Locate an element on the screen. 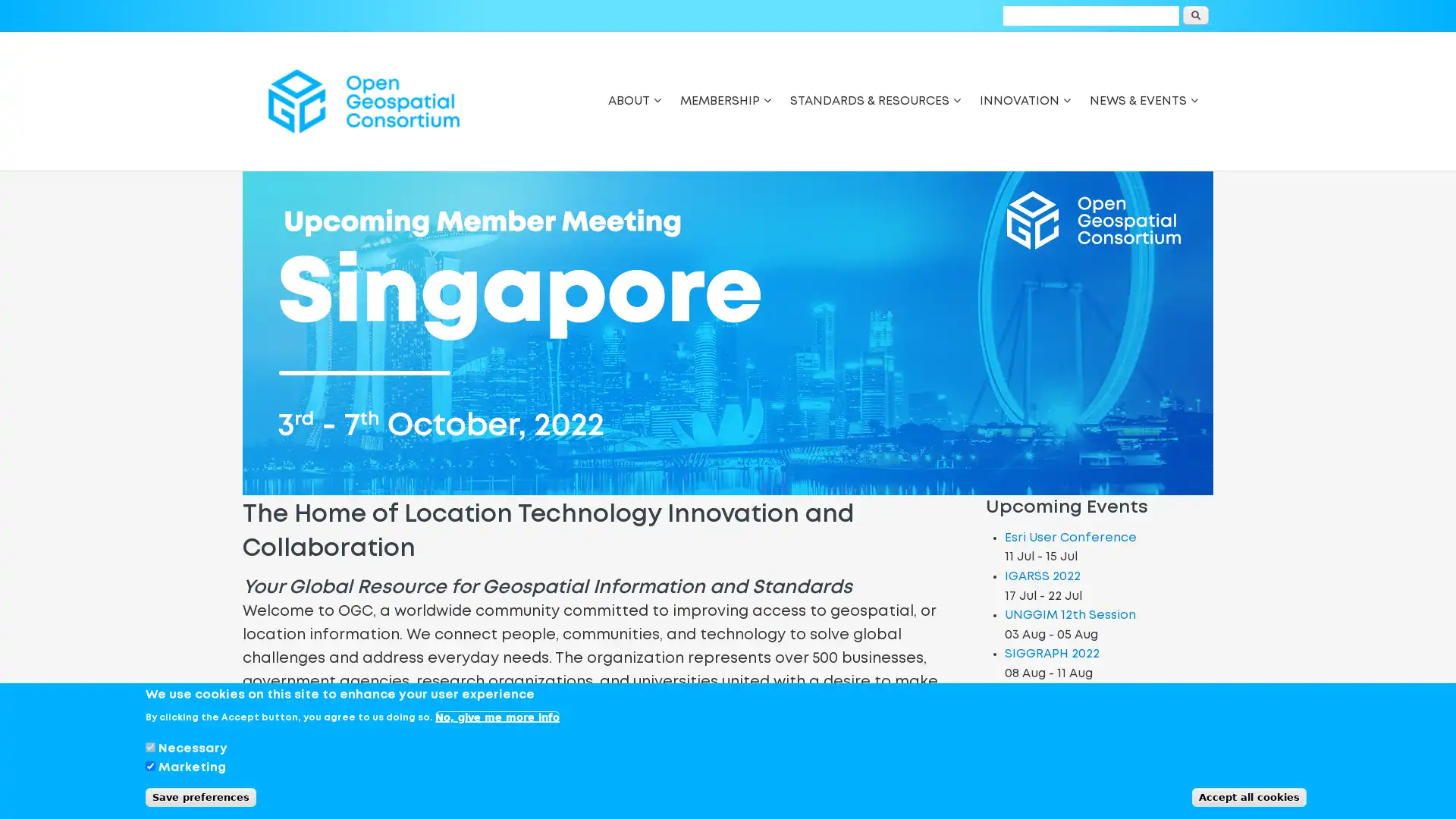 The height and width of the screenshot is (819, 1456). Save preferences is located at coordinates (199, 796).